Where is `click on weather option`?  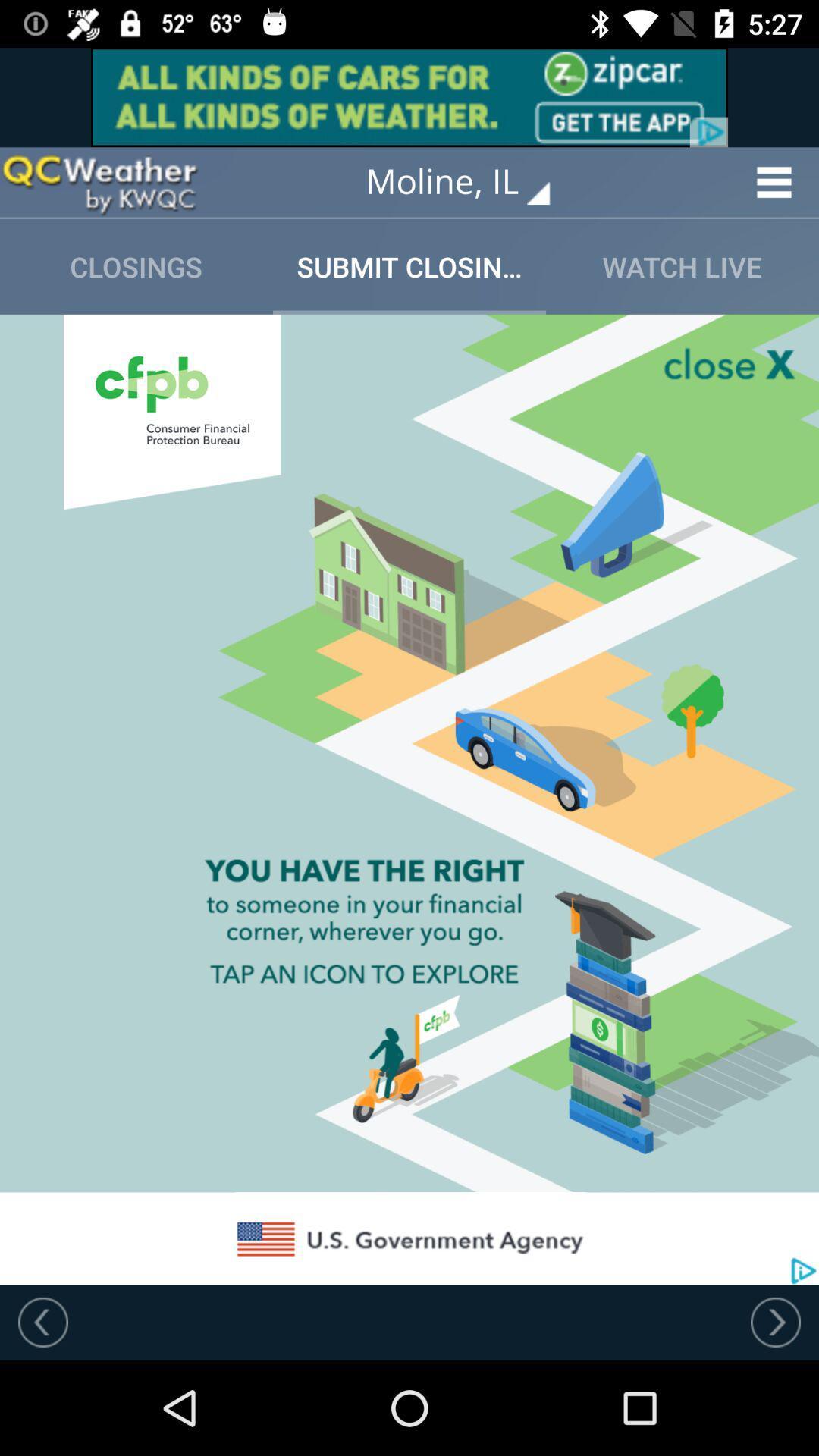 click on weather option is located at coordinates (99, 182).